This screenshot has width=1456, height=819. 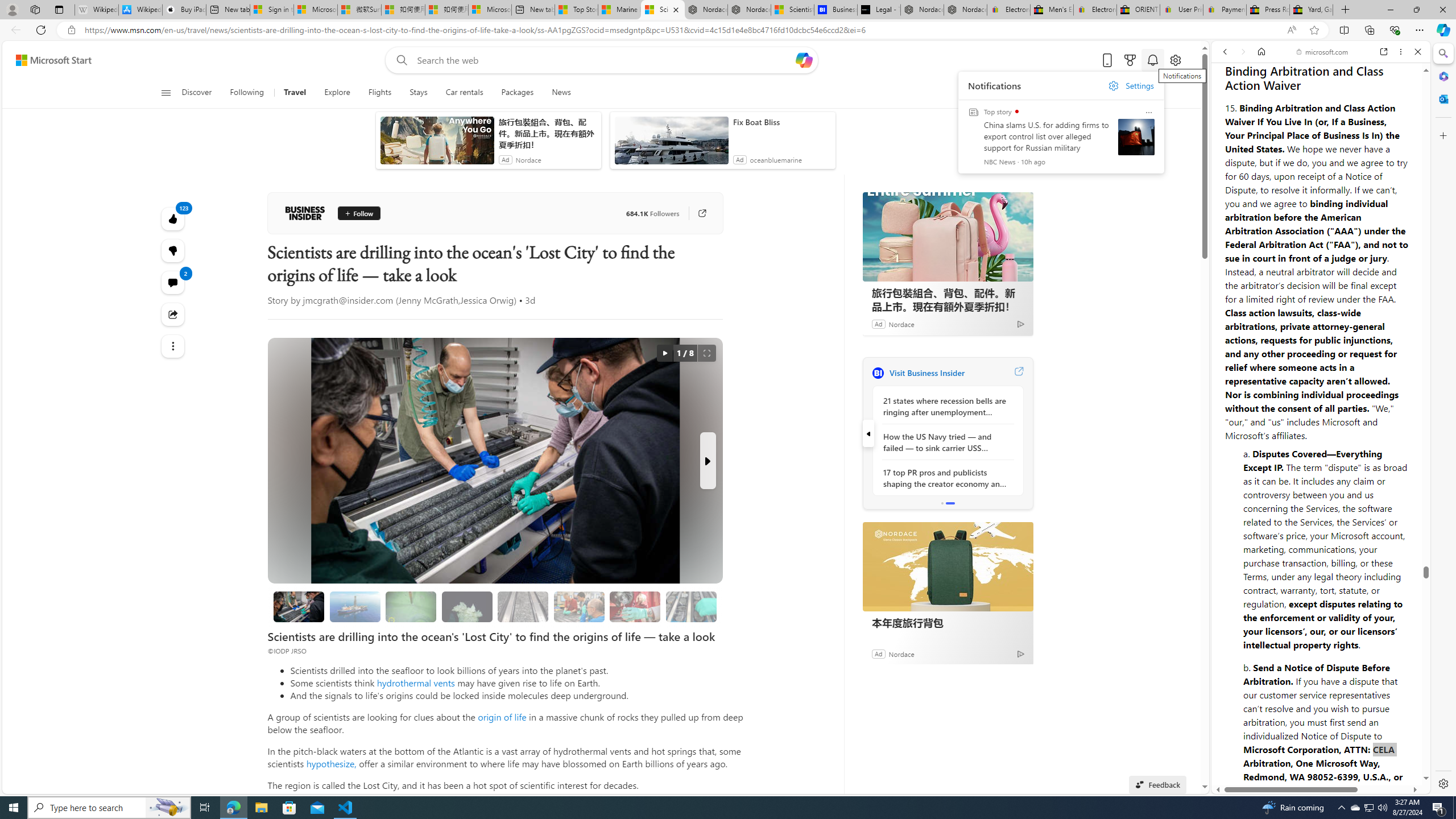 What do you see at coordinates (1443, 418) in the screenshot?
I see `'Side bar'` at bounding box center [1443, 418].